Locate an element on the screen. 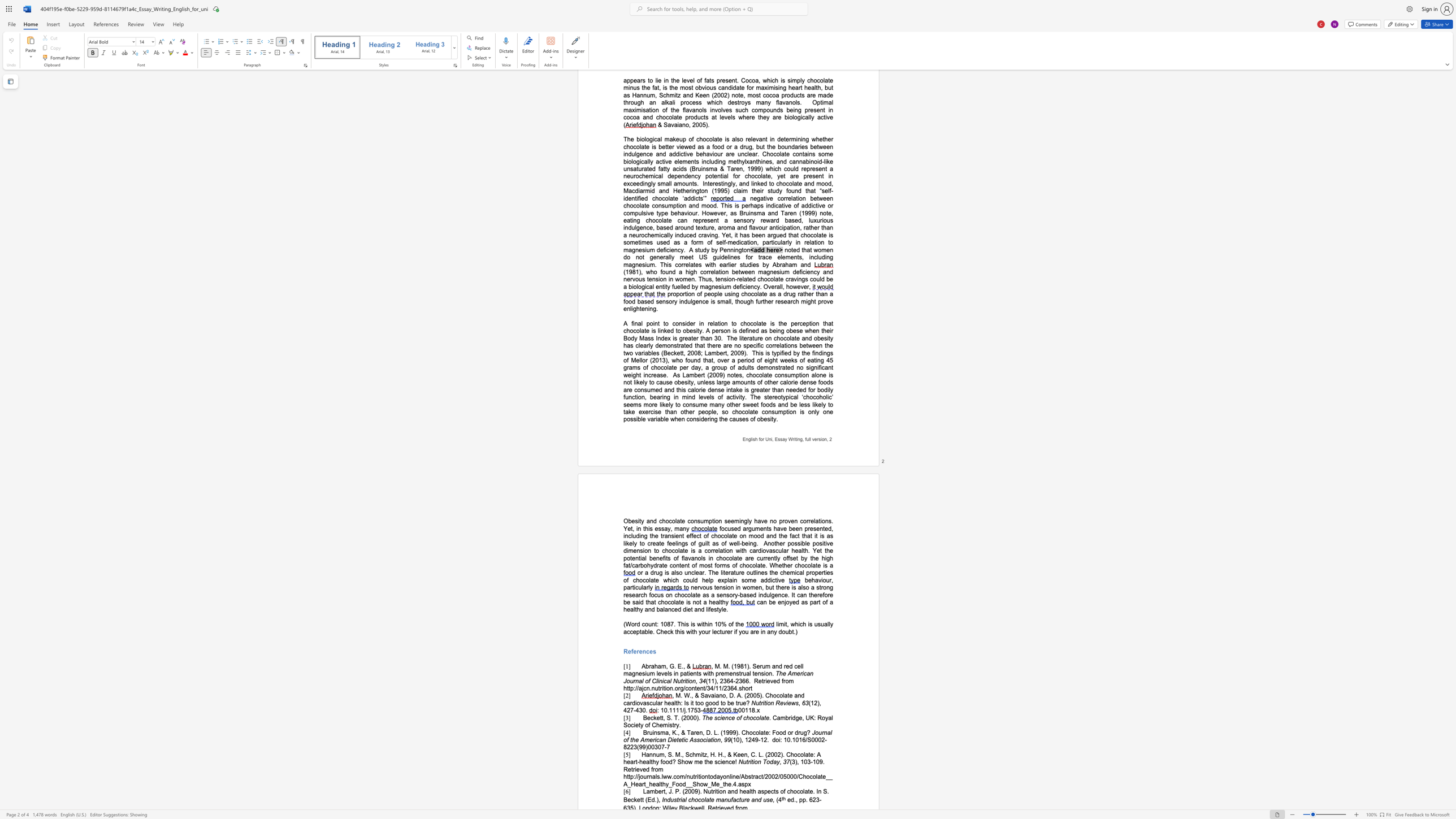  the subset text "ite" within the text "or a drug is also unclear. The literature outlines the chemical properties of chocolate which could help explain some addictive" is located at coordinates (721, 572).